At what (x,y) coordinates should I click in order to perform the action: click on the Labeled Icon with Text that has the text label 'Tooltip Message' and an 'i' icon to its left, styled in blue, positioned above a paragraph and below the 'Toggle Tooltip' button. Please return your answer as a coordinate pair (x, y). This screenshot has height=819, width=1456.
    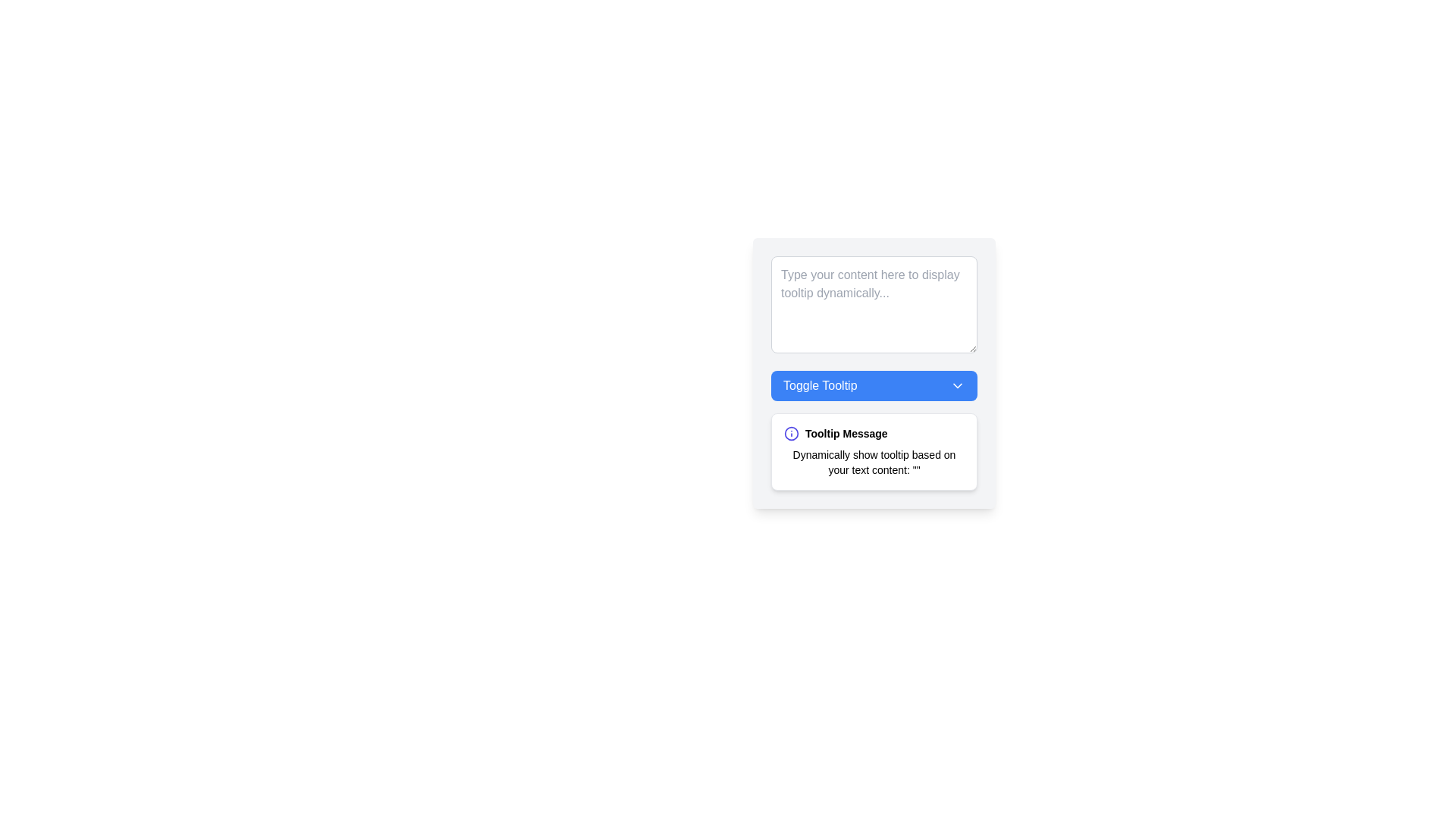
    Looking at the image, I should click on (874, 433).